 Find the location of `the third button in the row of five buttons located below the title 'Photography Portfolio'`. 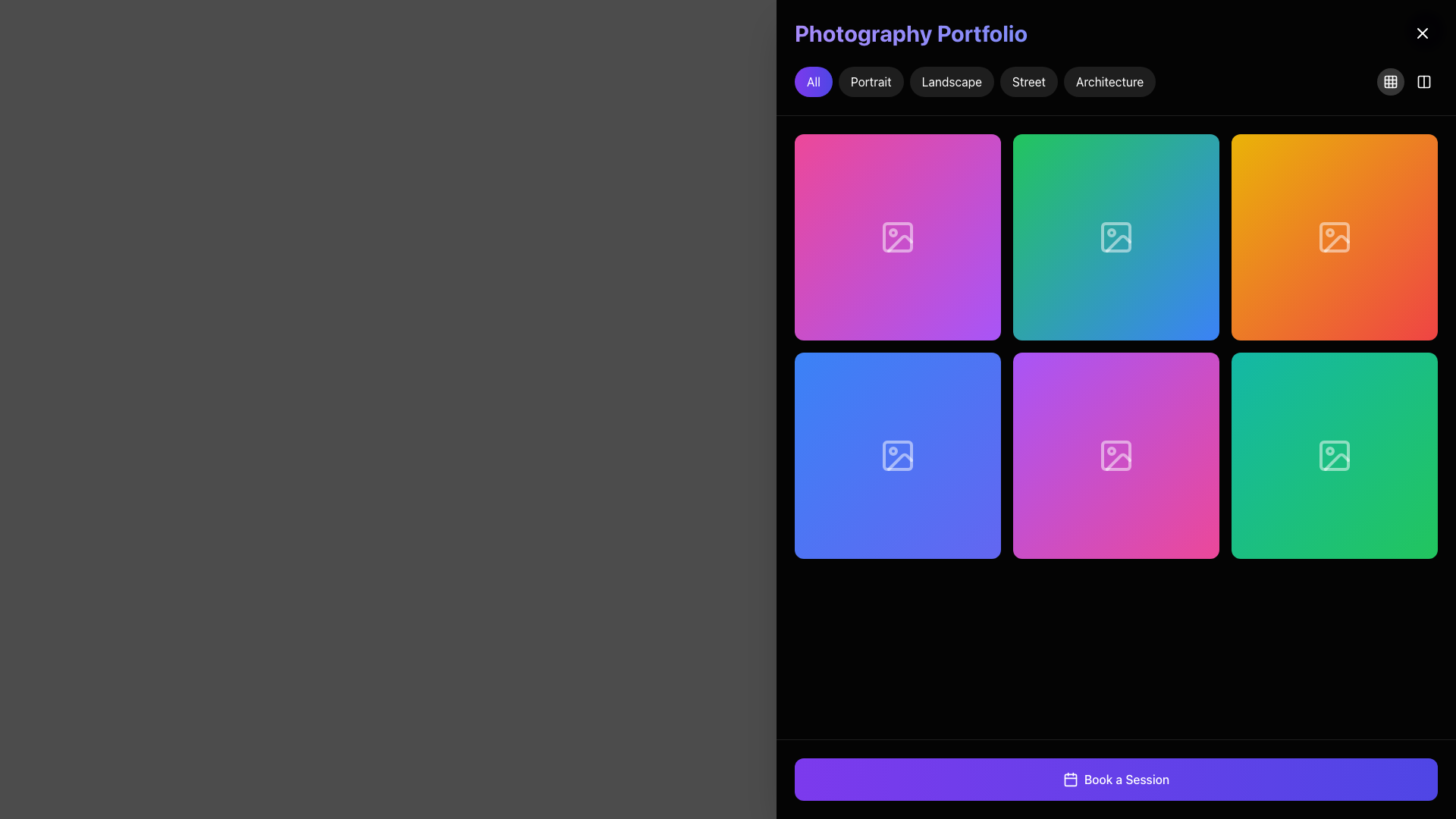

the third button in the row of five buttons located below the title 'Photography Portfolio' is located at coordinates (975, 82).